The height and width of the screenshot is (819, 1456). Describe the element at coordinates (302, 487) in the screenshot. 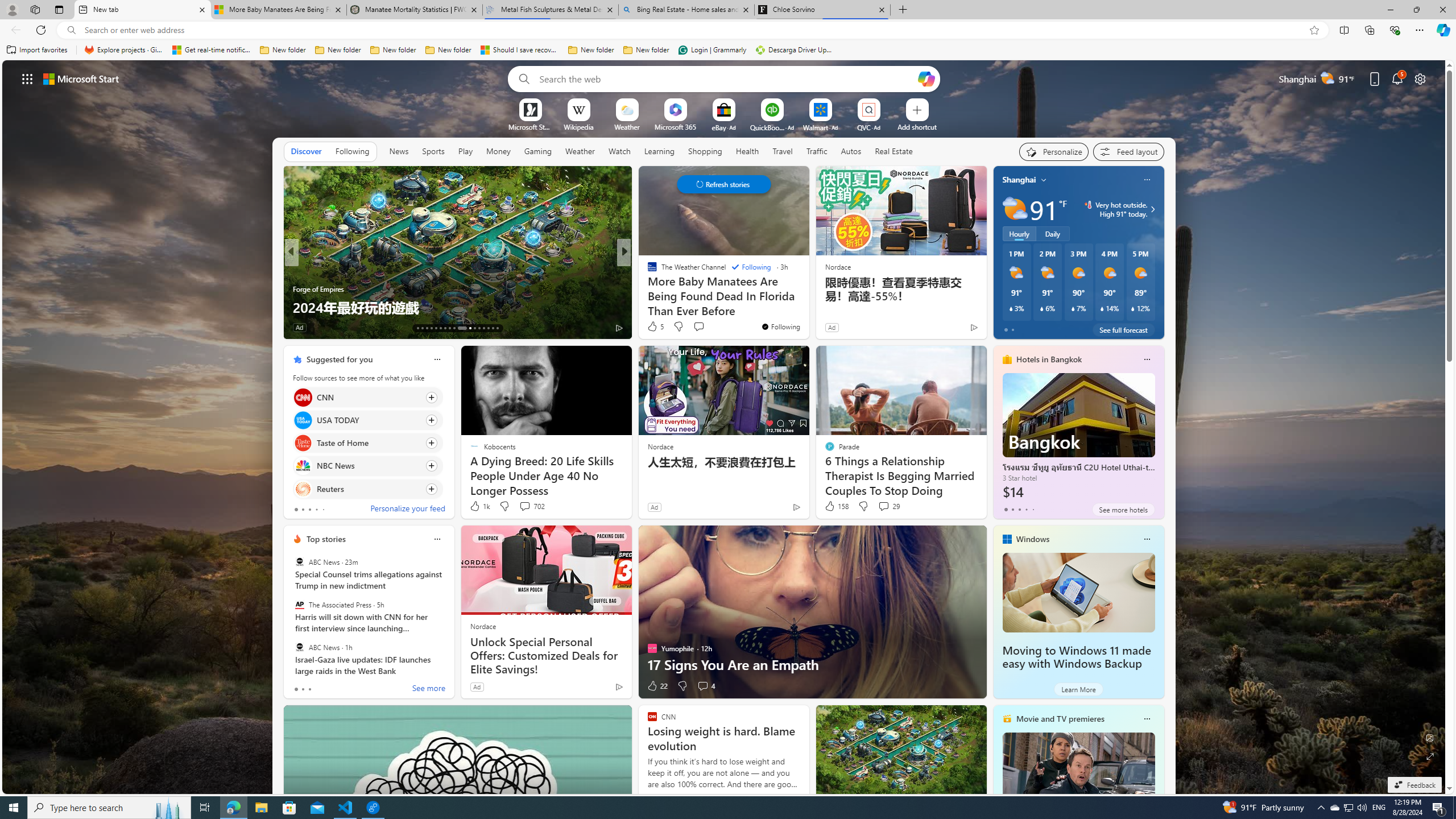

I see `'Reuters'` at that location.